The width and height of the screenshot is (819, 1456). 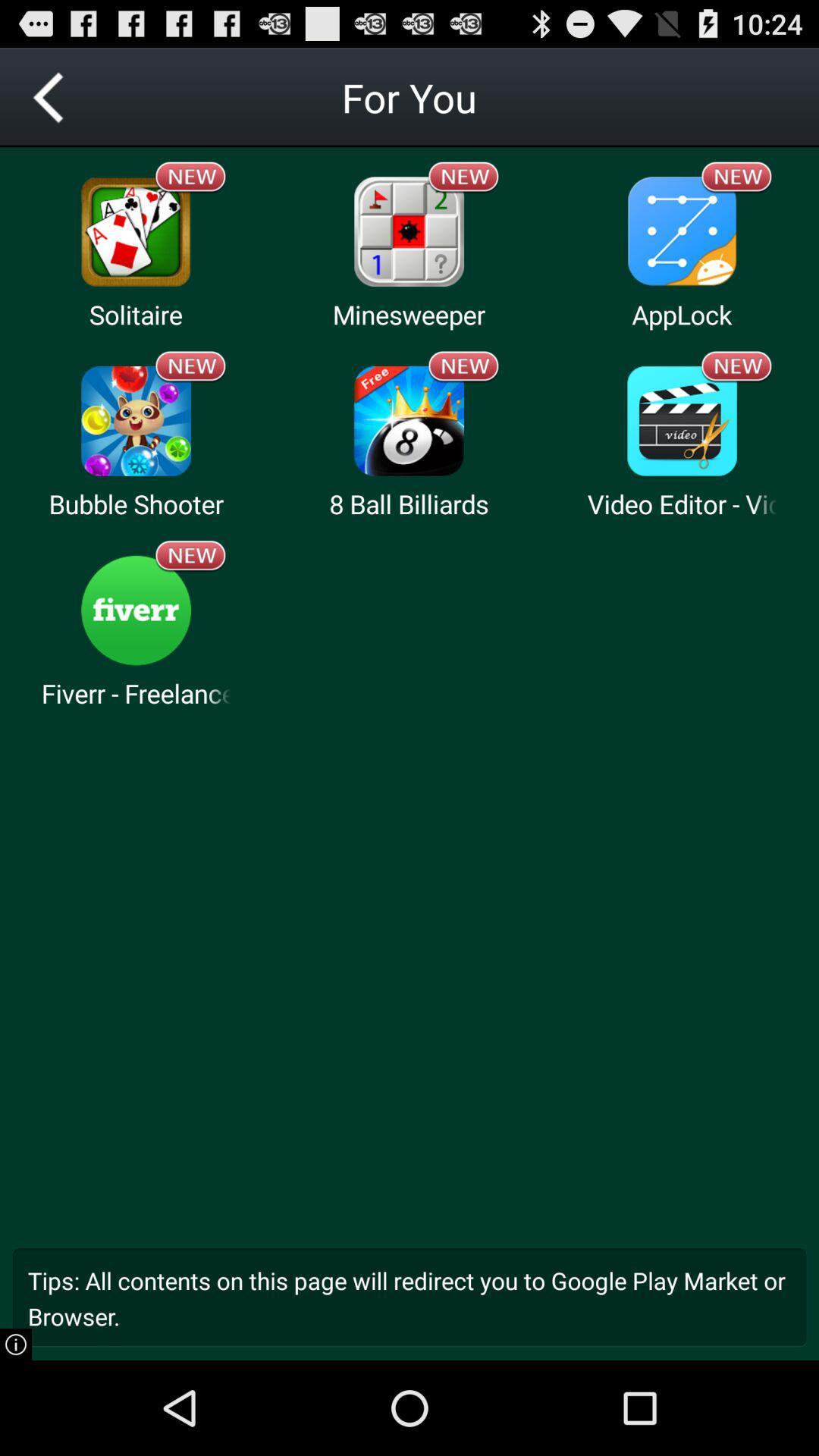 What do you see at coordinates (190, 555) in the screenshot?
I see `app above fiverr - freelance services item` at bounding box center [190, 555].